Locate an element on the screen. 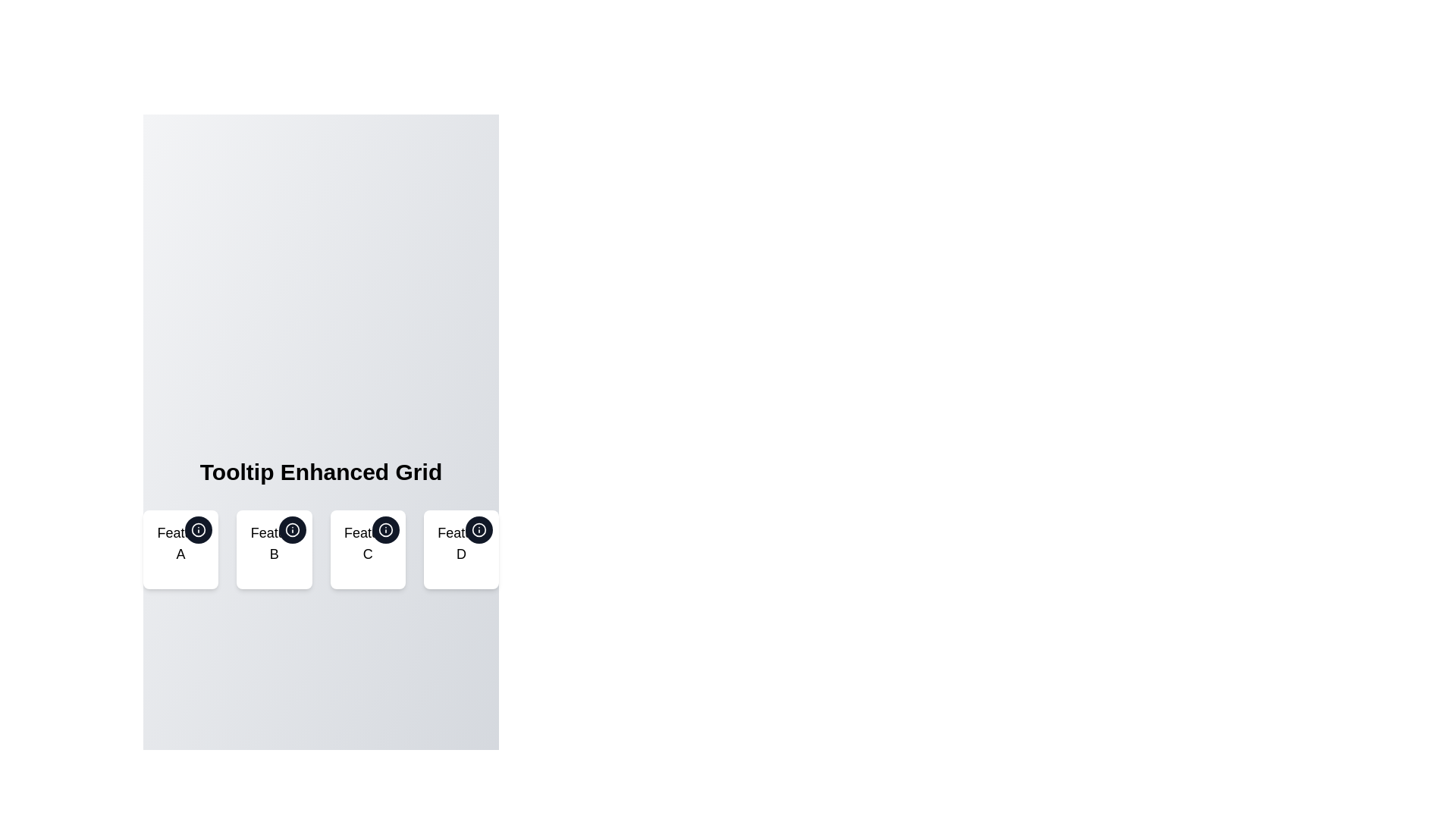 The image size is (1456, 819). displayed feature name from the Information card labeled 'Feature A', which is the first card in a grid under the heading 'Tooltip Enhanced Grid' is located at coordinates (180, 550).